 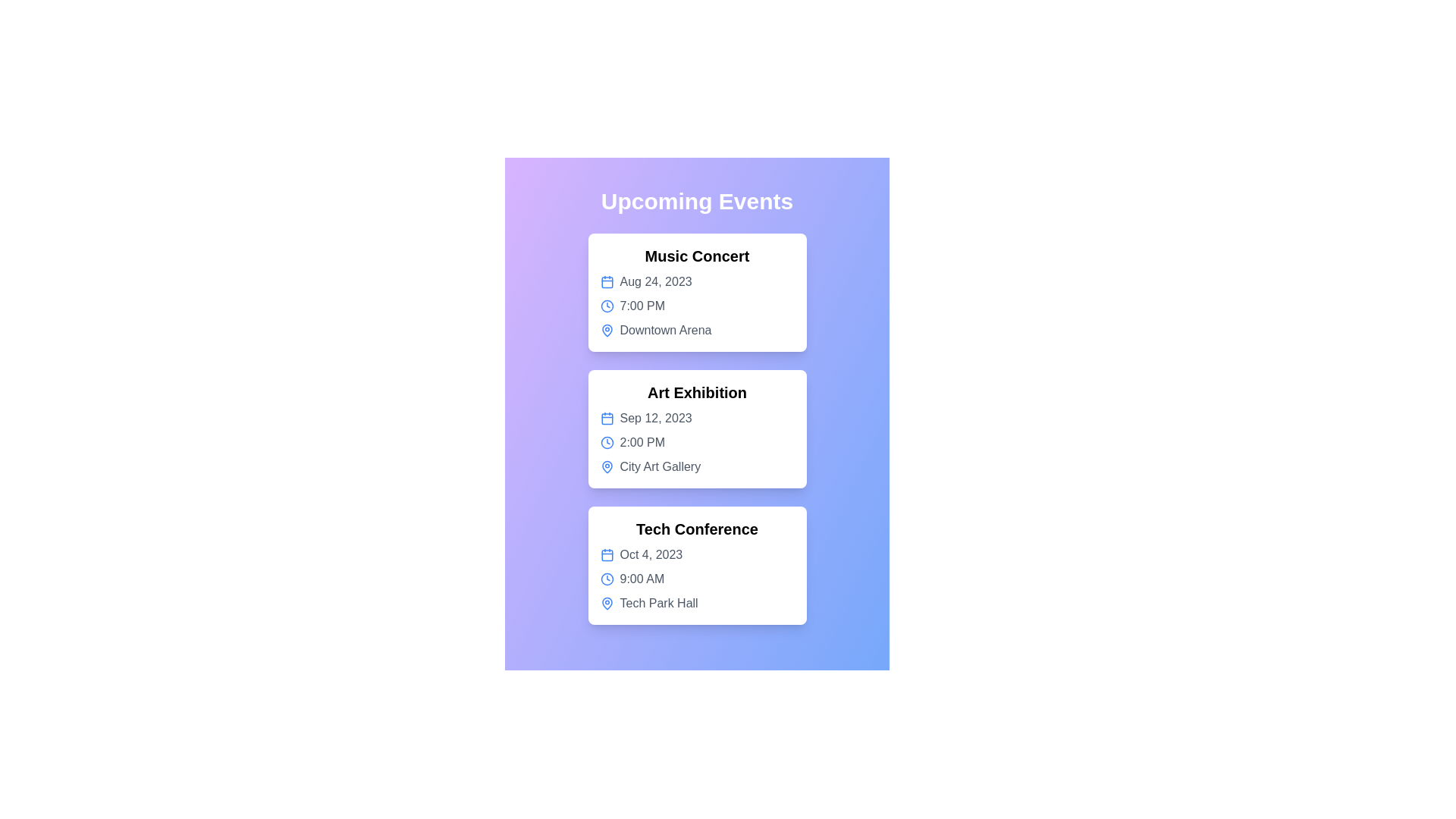 I want to click on the blue location pin icon next to the text 'Tech Park Hall' at the bottom of the 'Tech Conference' event card for context, so click(x=696, y=602).